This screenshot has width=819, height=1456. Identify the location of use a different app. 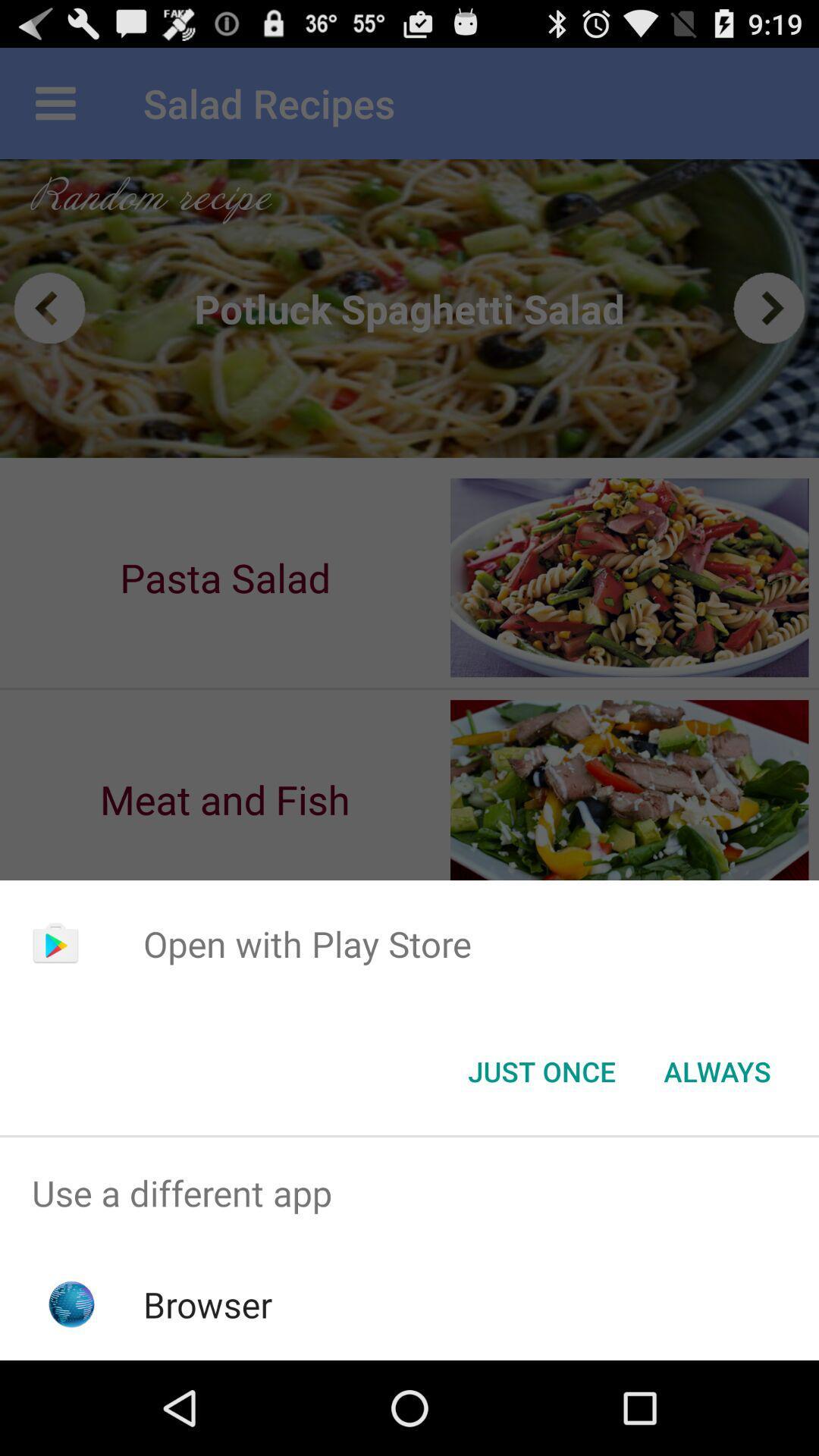
(409, 1192).